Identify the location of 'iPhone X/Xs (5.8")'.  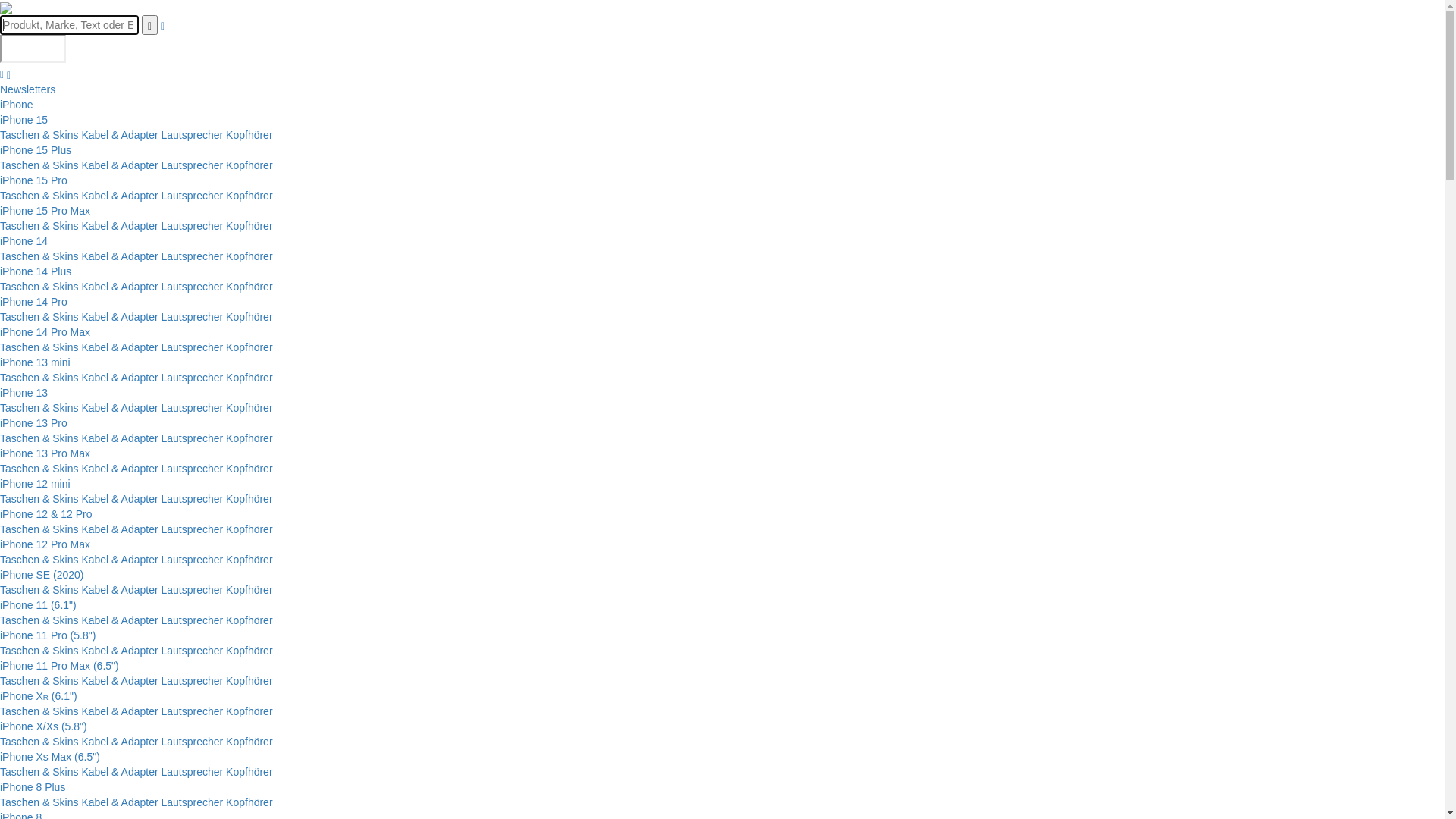
(43, 725).